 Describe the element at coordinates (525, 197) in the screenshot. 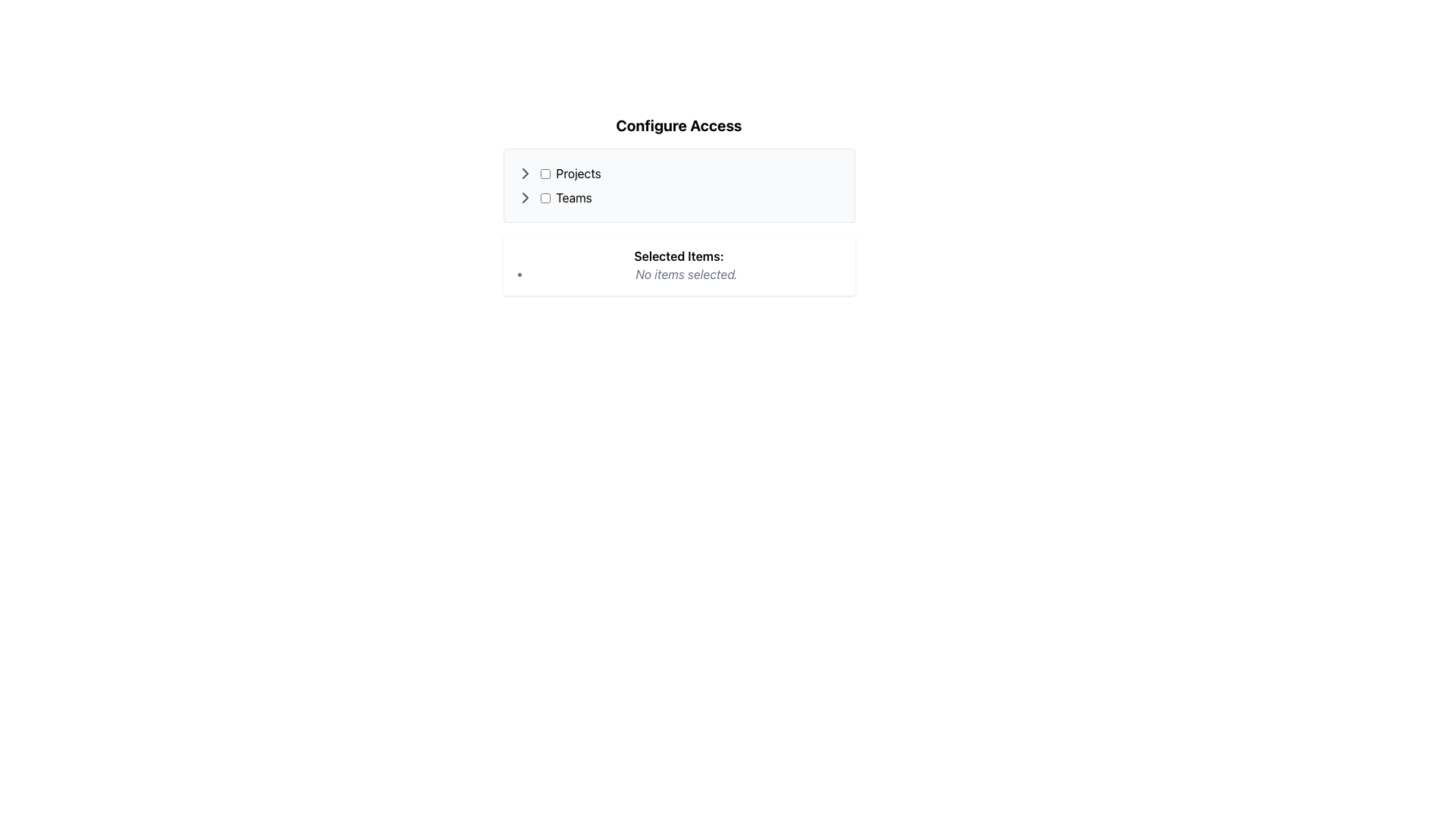

I see `the right-pointing chevron icon` at that location.